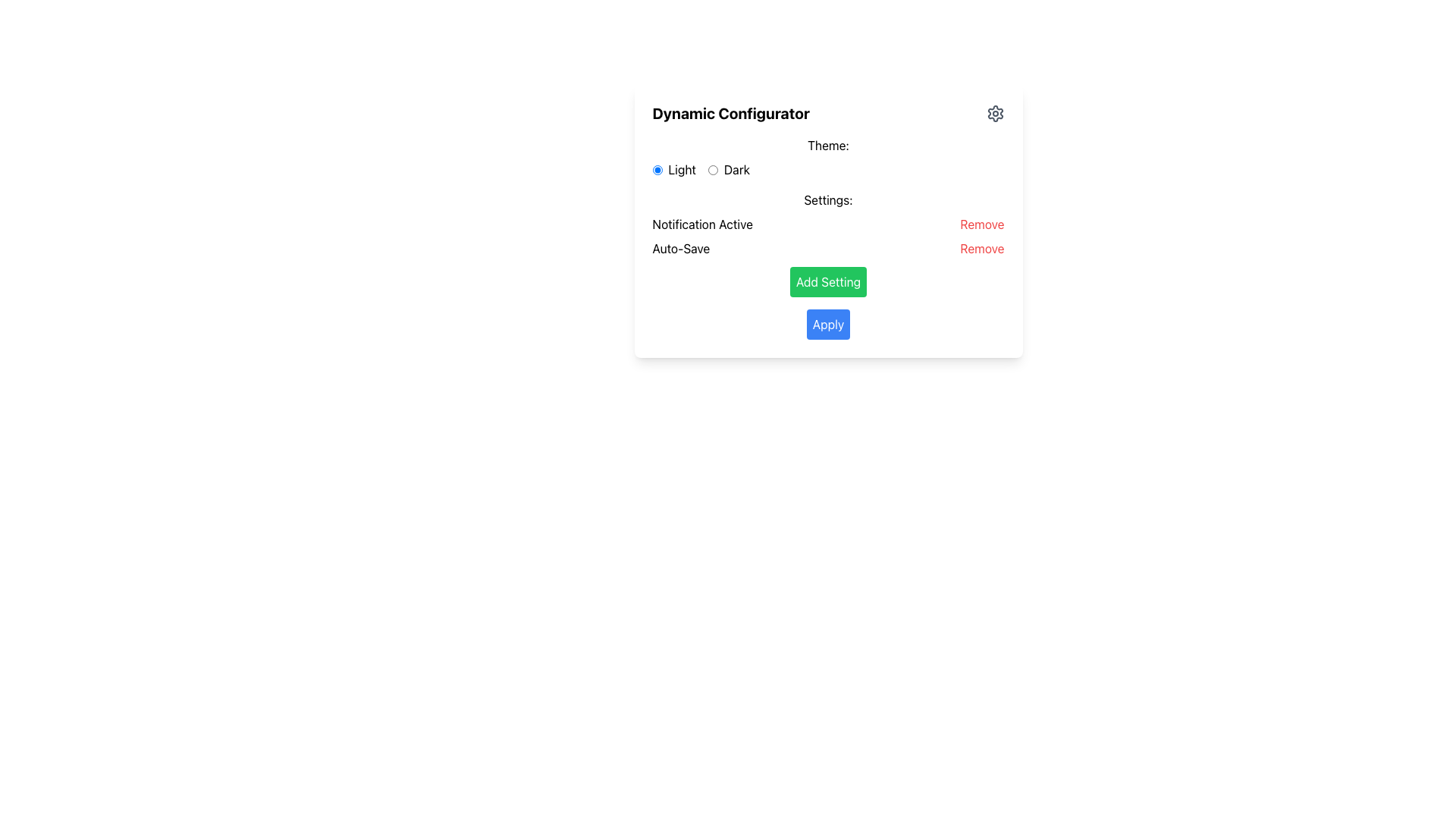 Image resolution: width=1456 pixels, height=819 pixels. I want to click on the radio button, so click(712, 169).